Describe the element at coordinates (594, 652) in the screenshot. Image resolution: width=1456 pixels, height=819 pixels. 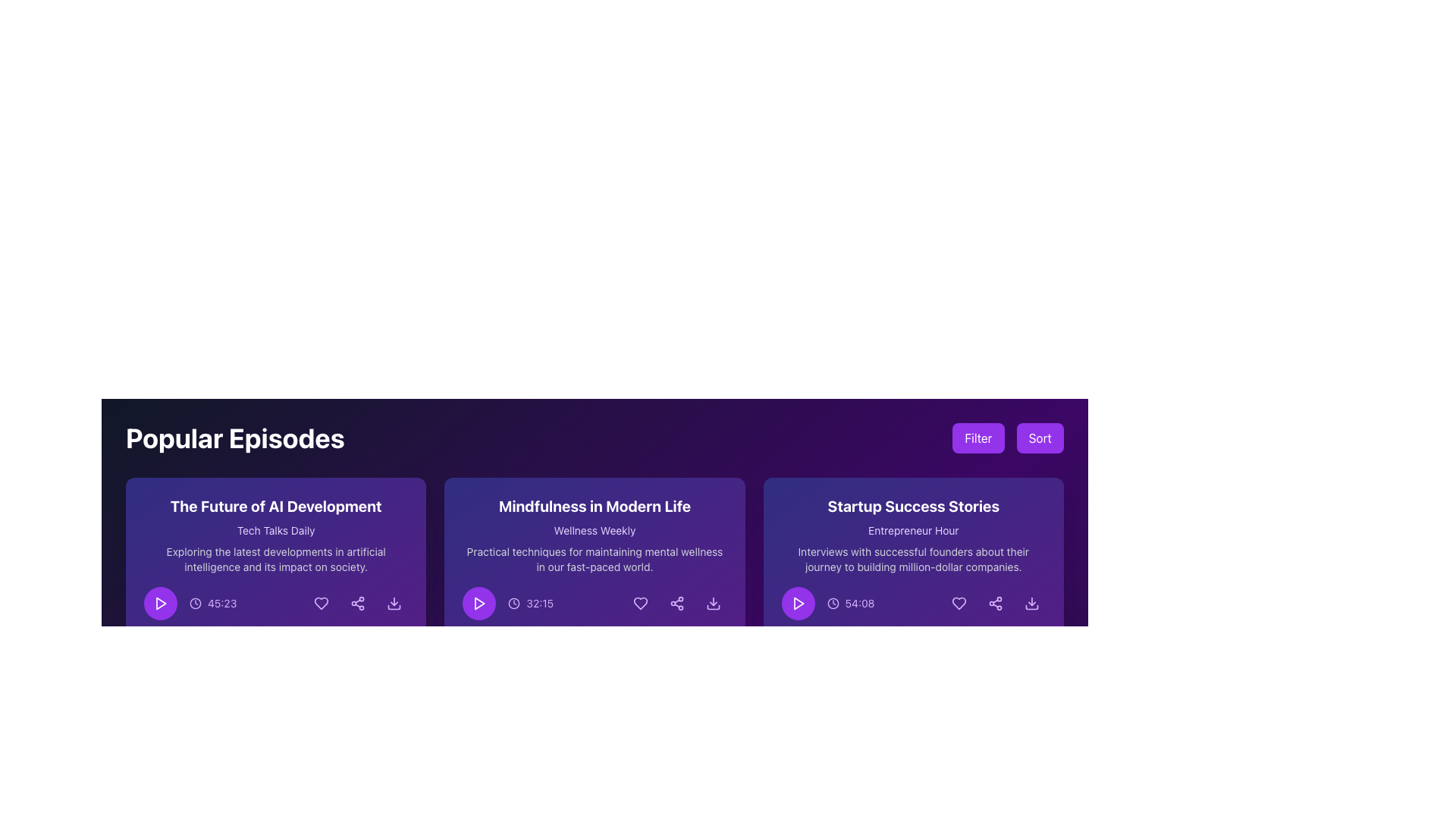
I see `the information displayed for the number of listeners in the second podcast episode card, located beneath the play button and time duration for 'Mindfulness in Modern Life'` at that location.